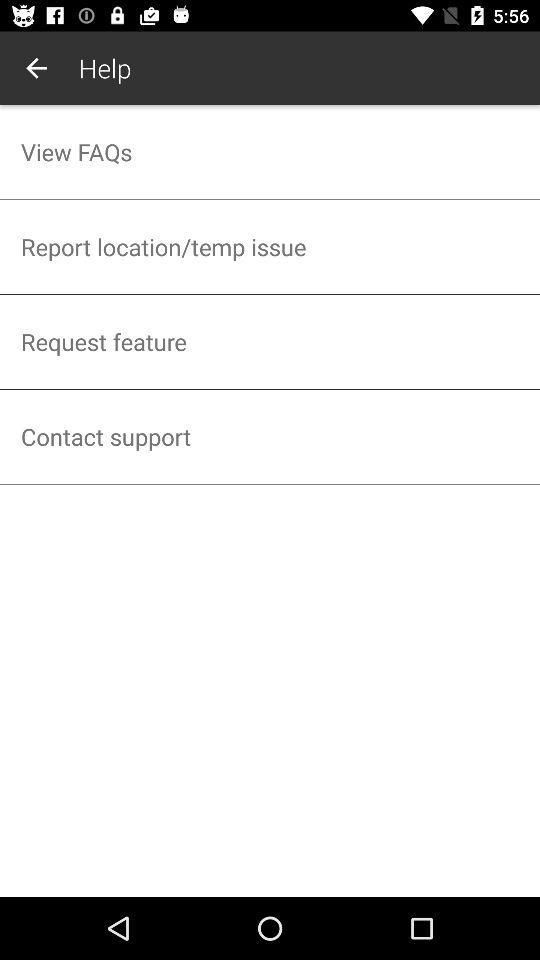 The image size is (540, 960). Describe the element at coordinates (270, 151) in the screenshot. I see `view faqs item` at that location.